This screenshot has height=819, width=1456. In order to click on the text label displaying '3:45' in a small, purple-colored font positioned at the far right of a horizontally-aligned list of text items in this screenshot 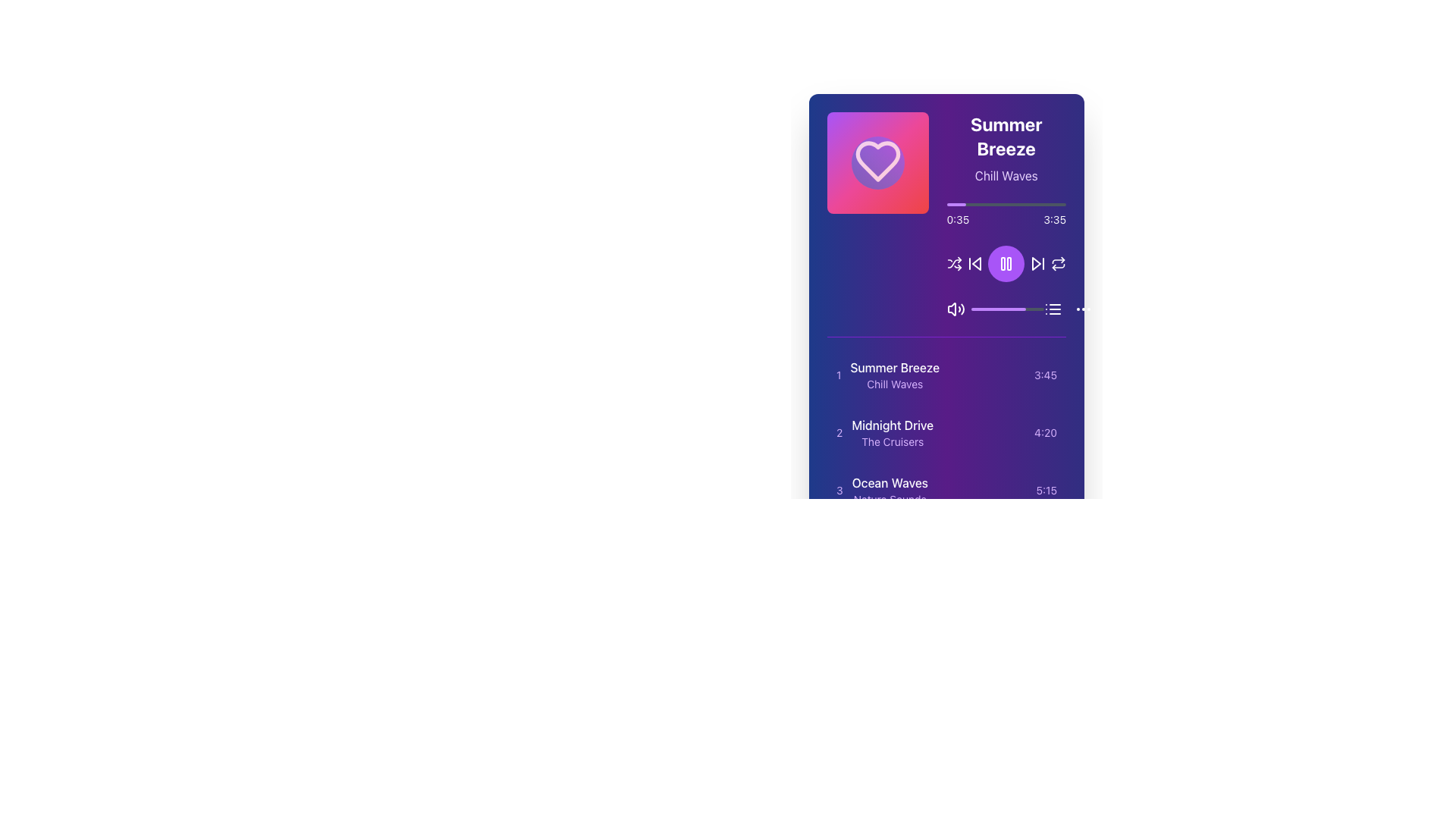, I will do `click(1044, 375)`.